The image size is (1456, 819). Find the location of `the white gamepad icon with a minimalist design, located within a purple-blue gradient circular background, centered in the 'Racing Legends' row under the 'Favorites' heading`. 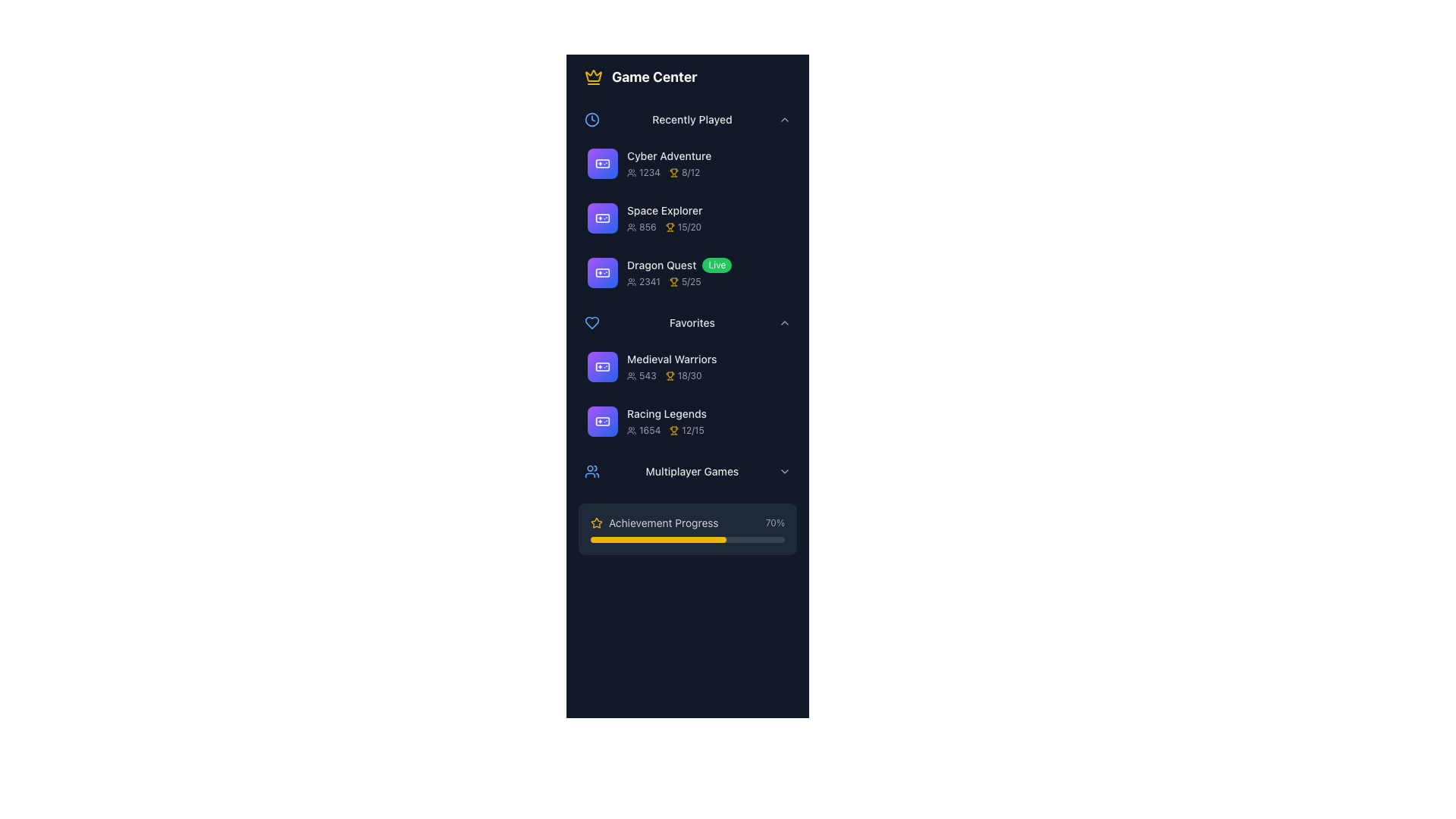

the white gamepad icon with a minimalist design, located within a purple-blue gradient circular background, centered in the 'Racing Legends' row under the 'Favorites' heading is located at coordinates (602, 421).